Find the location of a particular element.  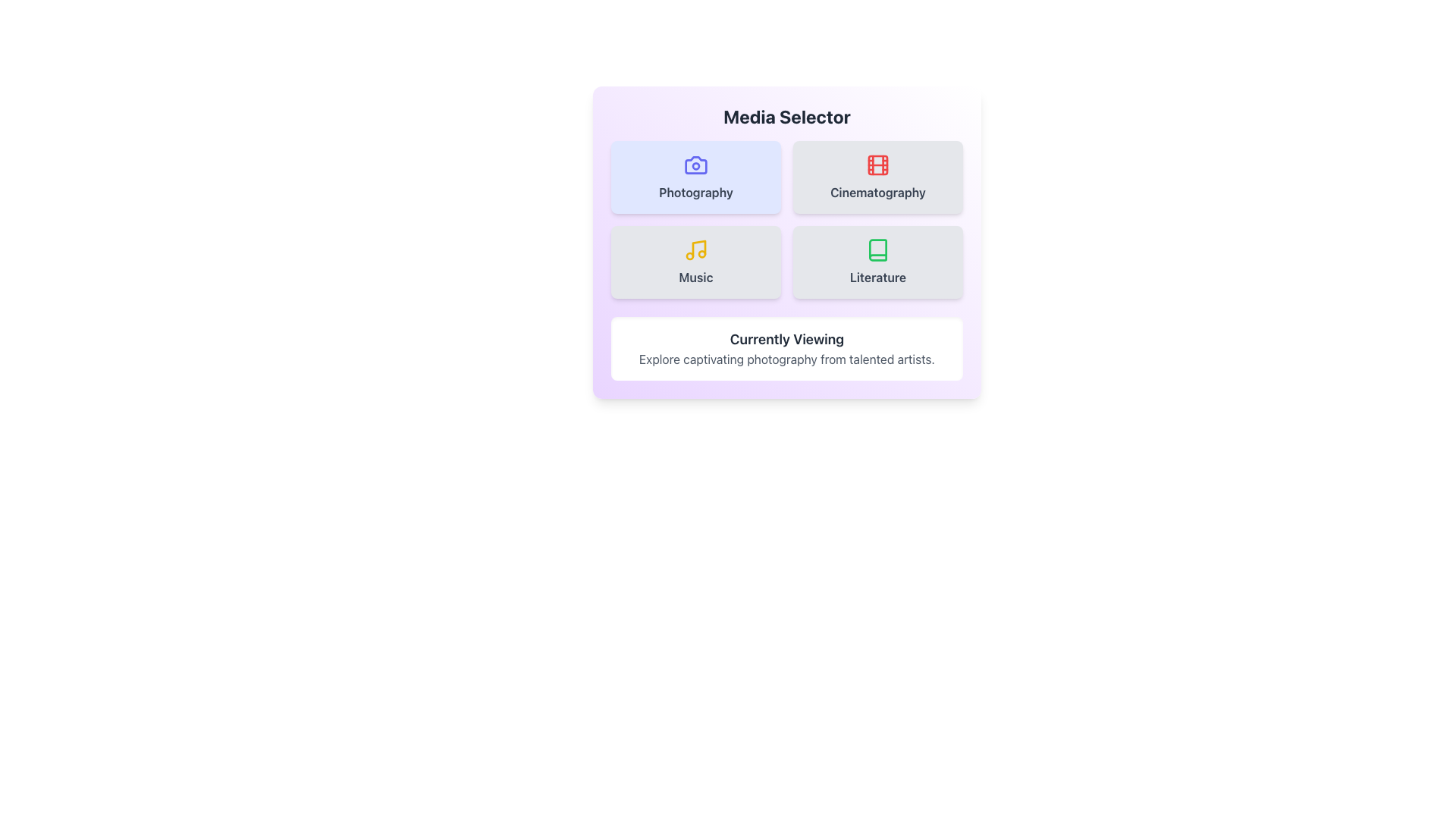

Photography icon located in the top-left quadrant of the Media Selector component by hovering over it for detailed information is located at coordinates (695, 165).